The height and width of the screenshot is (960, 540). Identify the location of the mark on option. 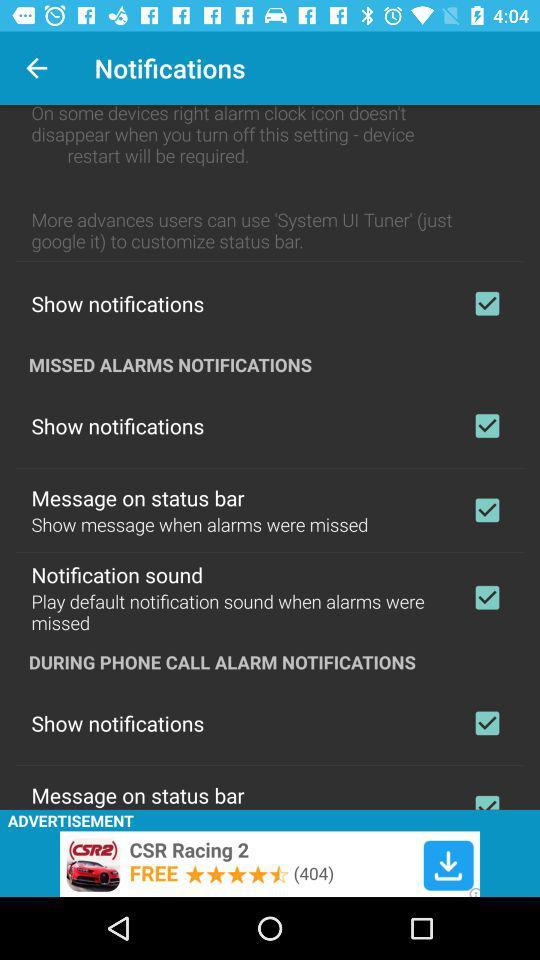
(486, 722).